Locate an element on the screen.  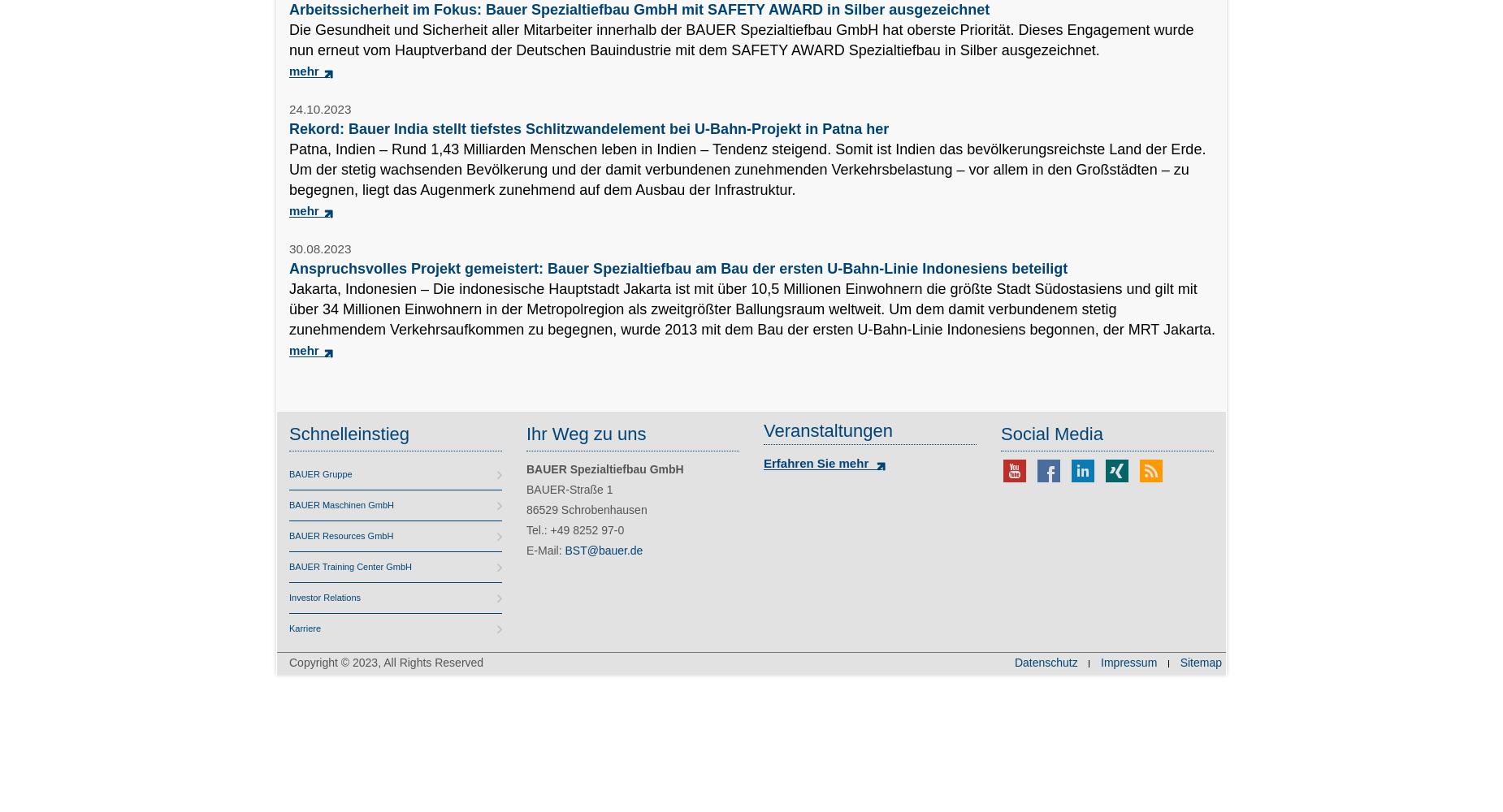
'Erfahren Sie mehr' is located at coordinates (762, 462).